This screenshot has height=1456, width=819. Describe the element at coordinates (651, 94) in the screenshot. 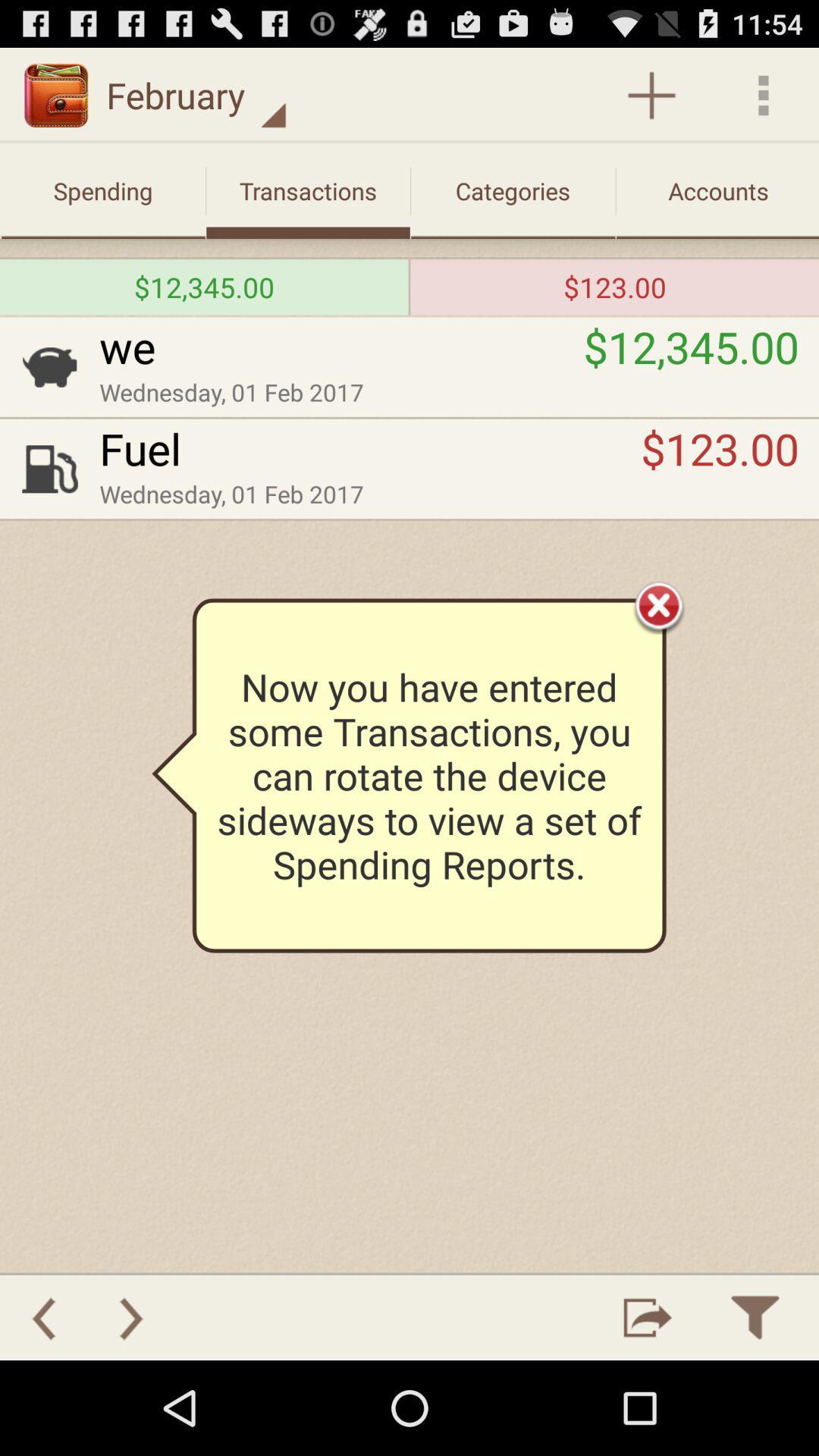

I see `feature` at that location.